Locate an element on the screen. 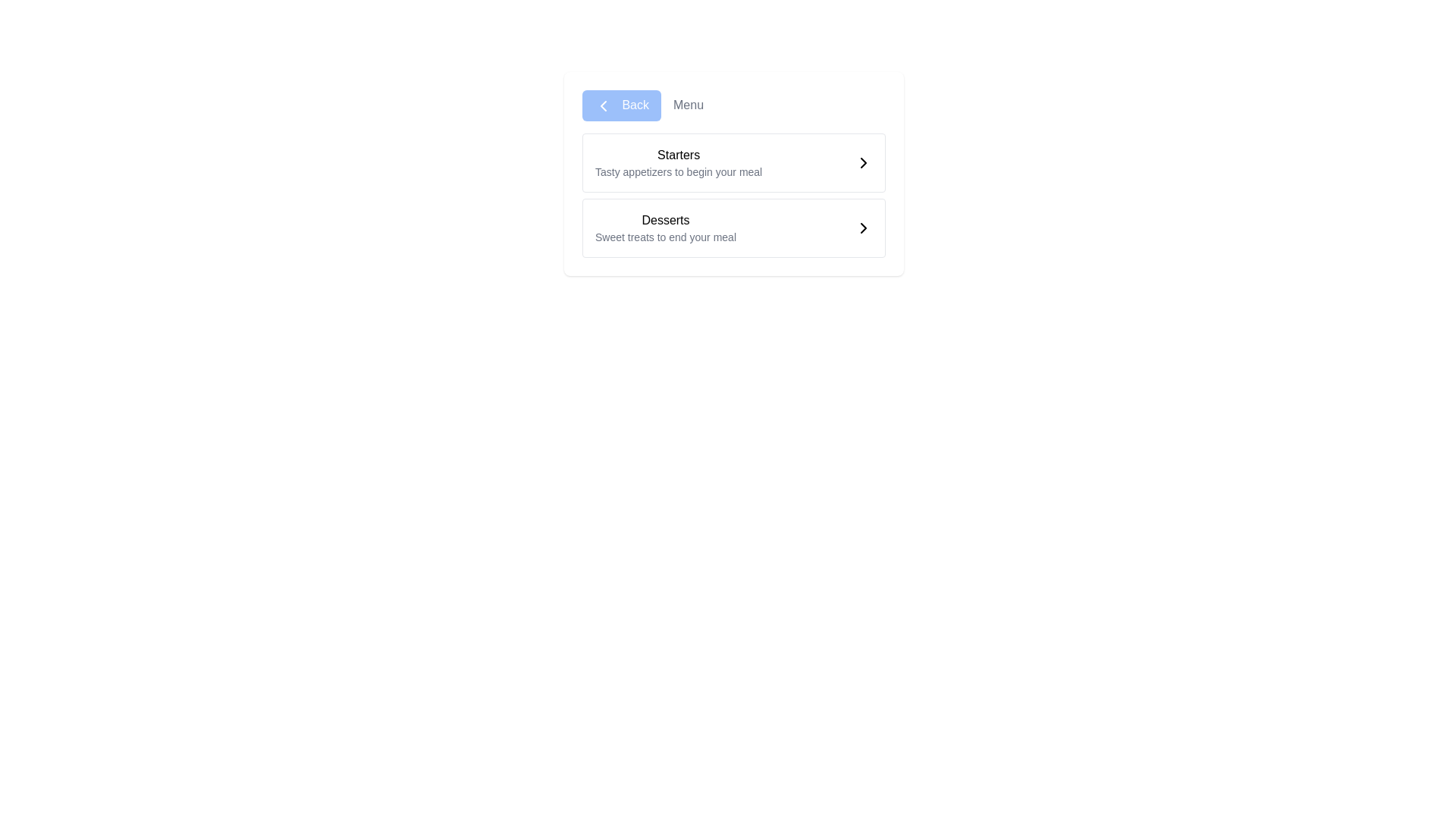 Image resolution: width=1456 pixels, height=819 pixels. the 'Desserts' menu item is located at coordinates (666, 227).